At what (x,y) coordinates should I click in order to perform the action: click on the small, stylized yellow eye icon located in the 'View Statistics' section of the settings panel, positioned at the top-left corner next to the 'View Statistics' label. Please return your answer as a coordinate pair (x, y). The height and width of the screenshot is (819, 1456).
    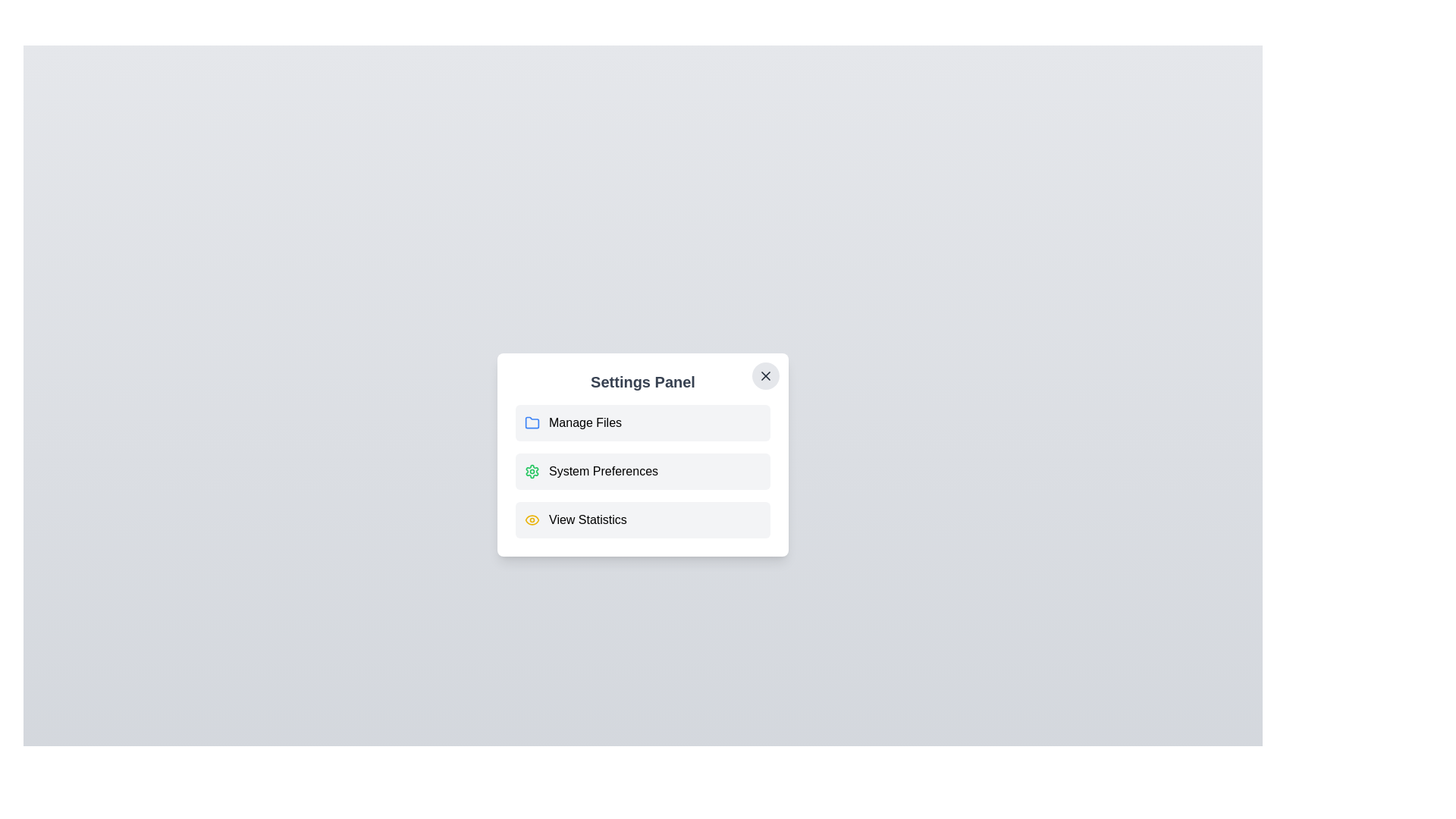
    Looking at the image, I should click on (532, 519).